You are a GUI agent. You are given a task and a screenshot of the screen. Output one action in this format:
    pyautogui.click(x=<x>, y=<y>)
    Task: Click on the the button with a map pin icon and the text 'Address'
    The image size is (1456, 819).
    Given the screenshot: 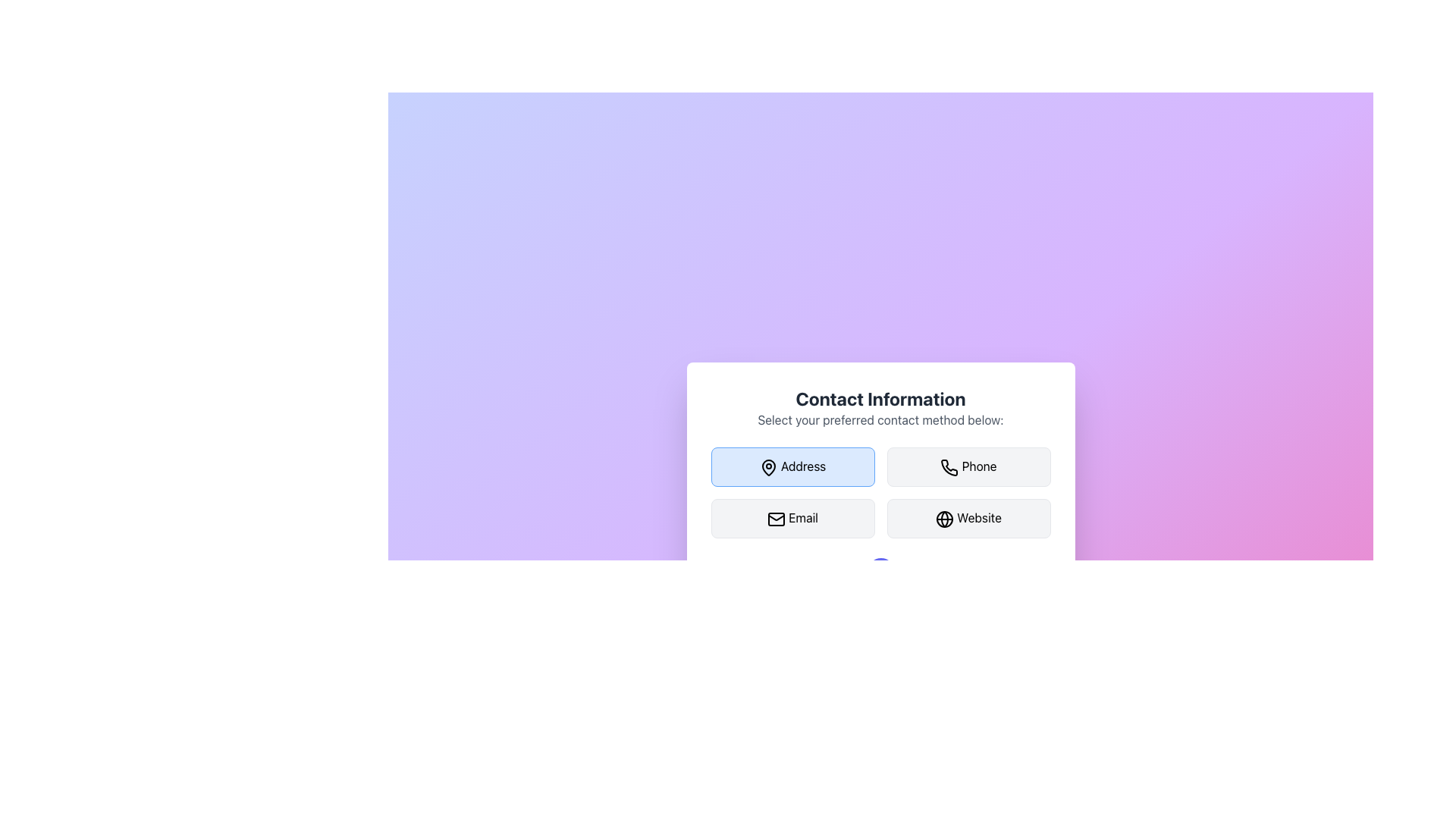 What is the action you would take?
    pyautogui.click(x=792, y=466)
    